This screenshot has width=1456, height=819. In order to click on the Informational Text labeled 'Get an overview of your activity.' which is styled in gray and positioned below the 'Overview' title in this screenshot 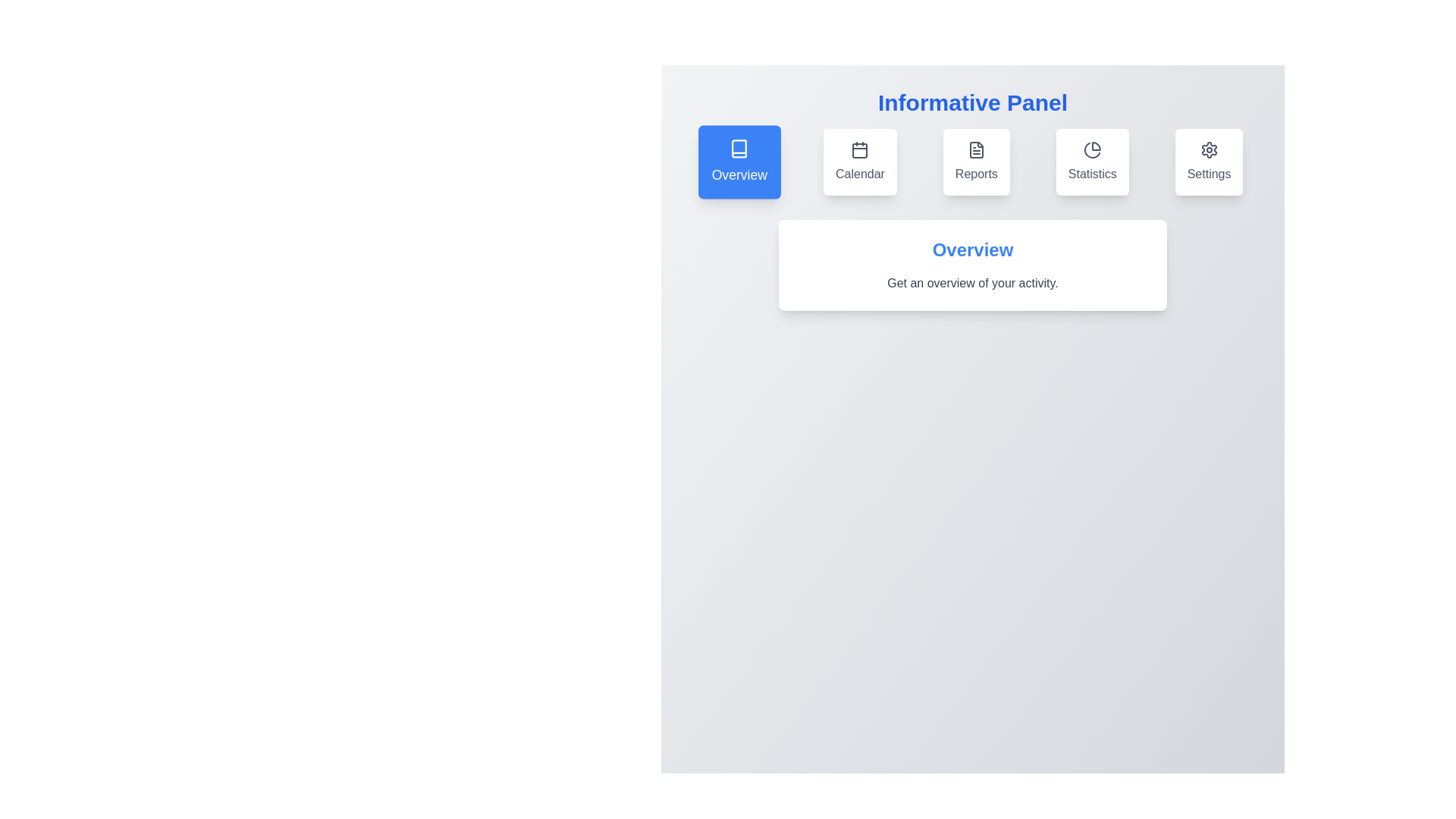, I will do `click(972, 284)`.